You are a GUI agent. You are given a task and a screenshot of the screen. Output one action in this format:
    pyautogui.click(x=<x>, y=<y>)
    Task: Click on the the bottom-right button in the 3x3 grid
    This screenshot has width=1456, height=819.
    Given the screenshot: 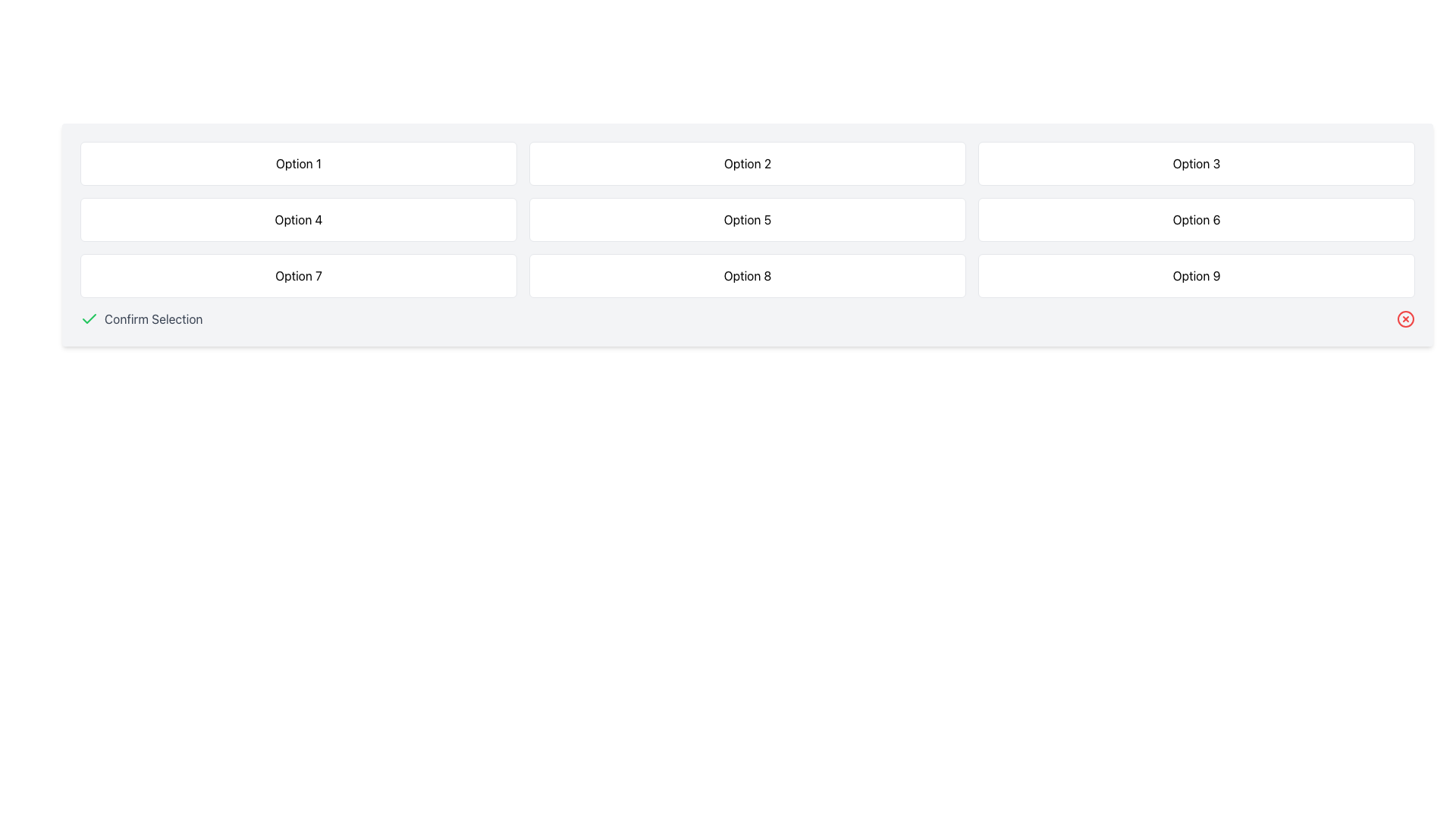 What is the action you would take?
    pyautogui.click(x=1196, y=275)
    